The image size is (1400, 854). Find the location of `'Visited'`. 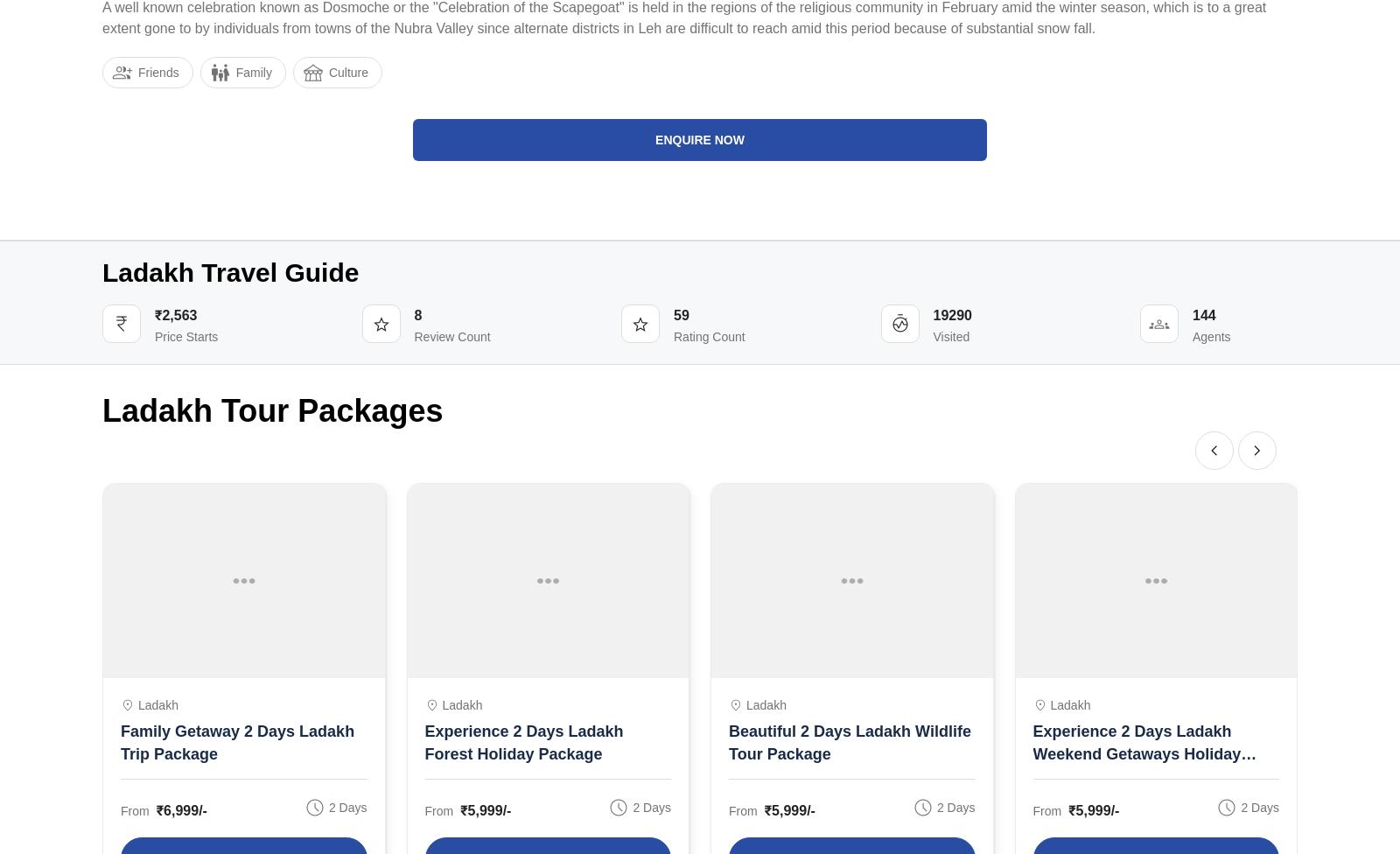

'Visited' is located at coordinates (951, 336).